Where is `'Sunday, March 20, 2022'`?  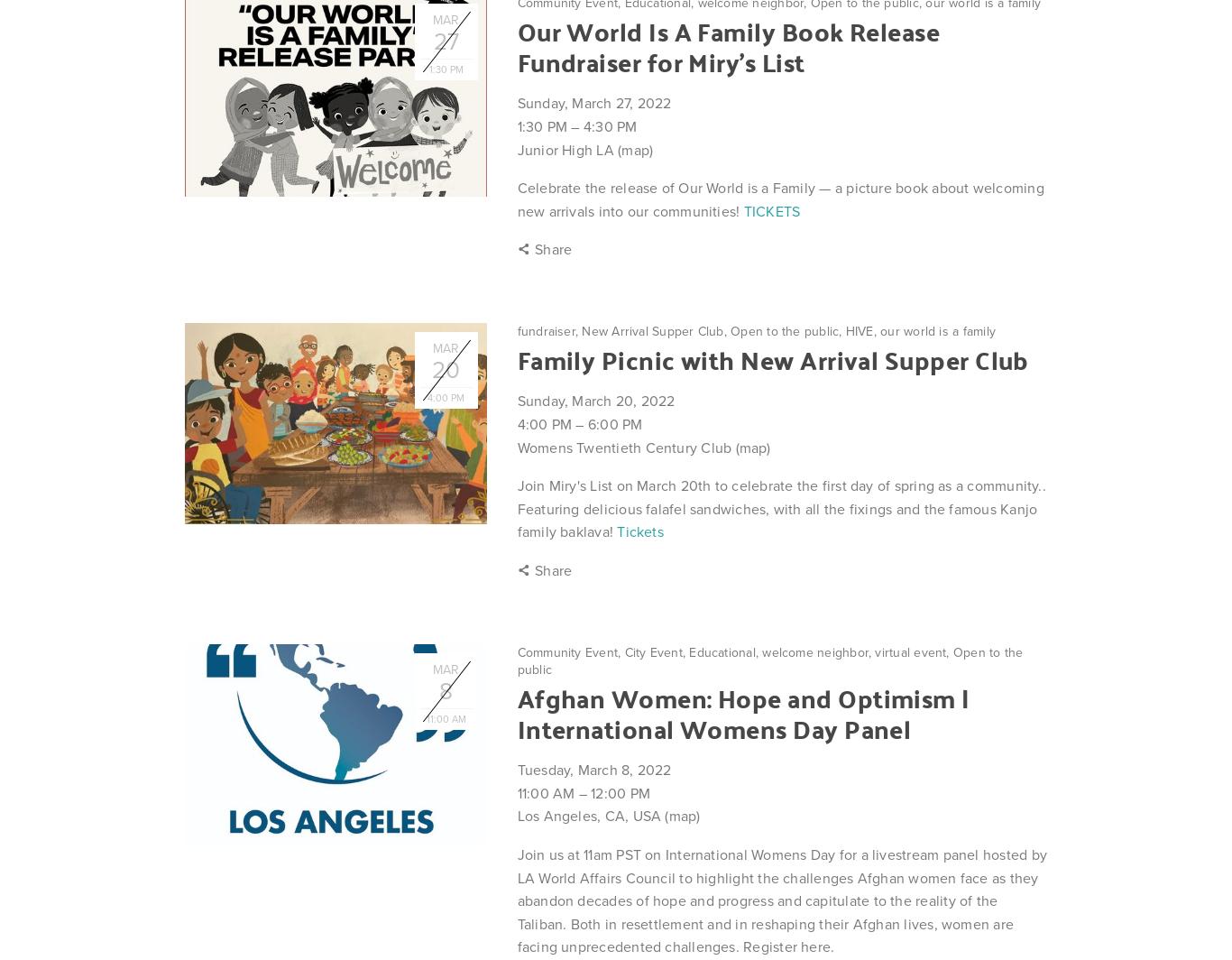
'Sunday, March 20, 2022' is located at coordinates (594, 401).